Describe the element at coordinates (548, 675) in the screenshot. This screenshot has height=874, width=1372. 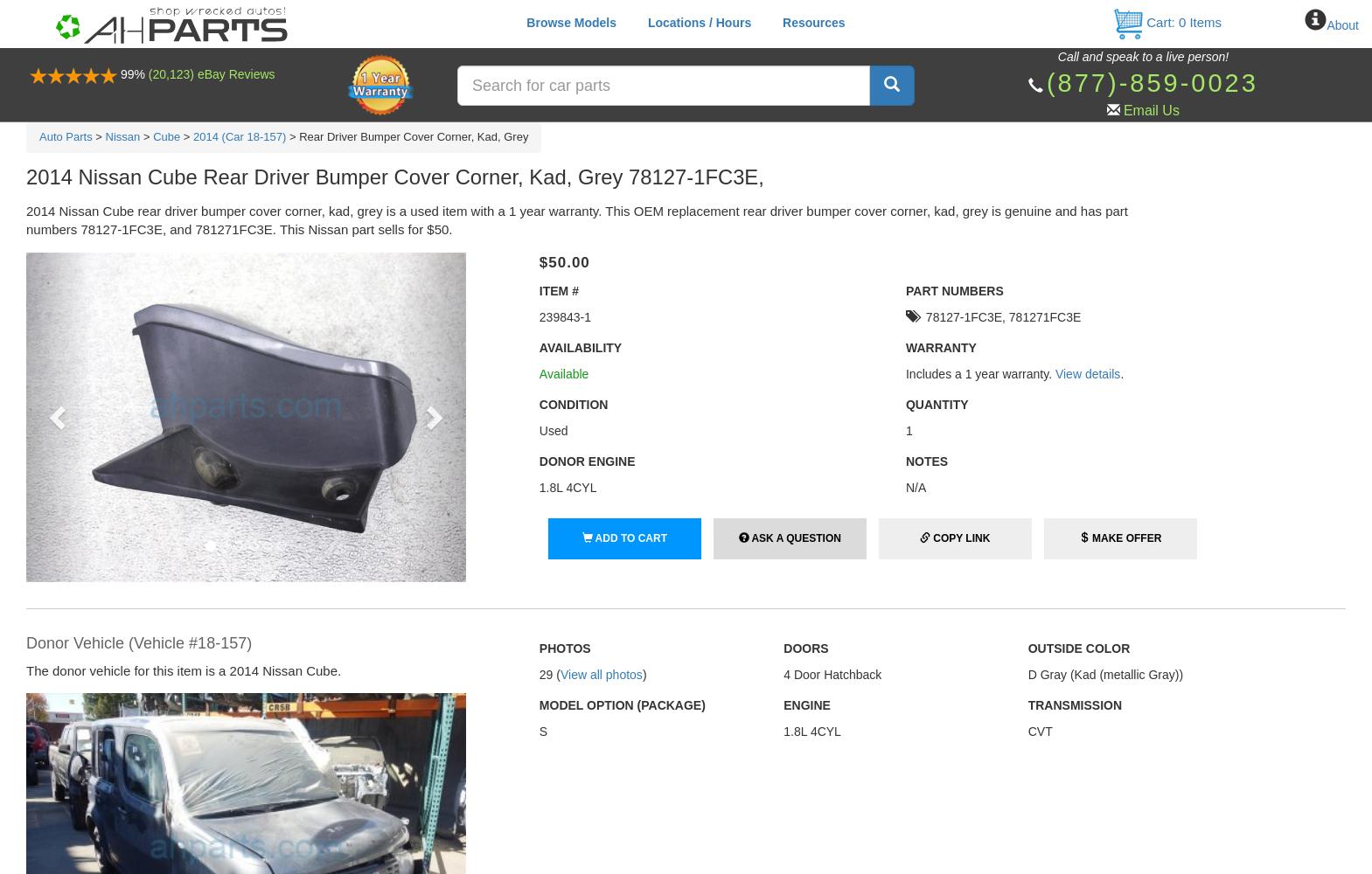
I see `'29 ('` at that location.